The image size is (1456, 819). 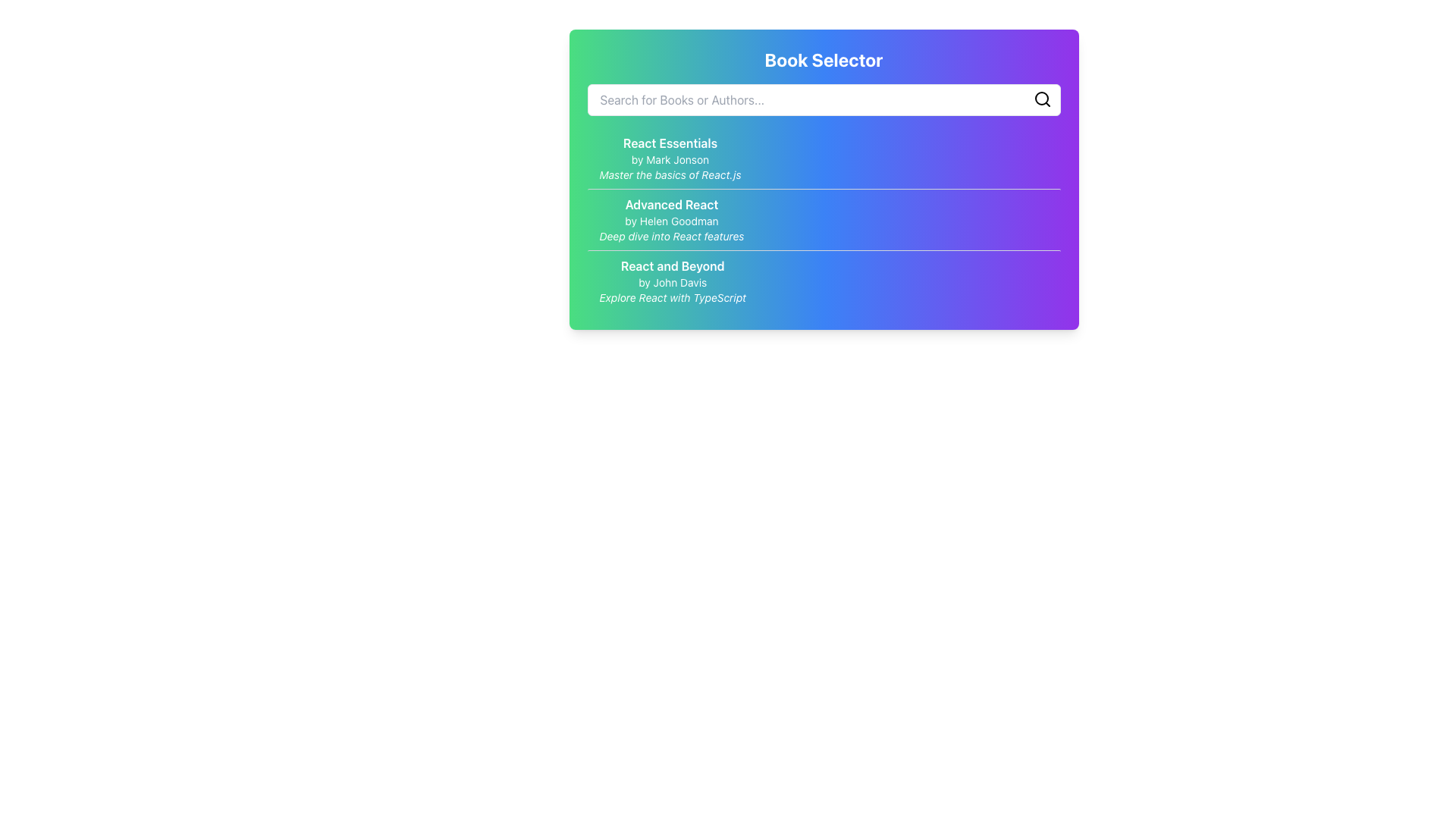 What do you see at coordinates (671, 219) in the screenshot?
I see `text content of the book description for 'Advanced React' by Helen Goodman, which is the second item in the 'Book Selector' card` at bounding box center [671, 219].